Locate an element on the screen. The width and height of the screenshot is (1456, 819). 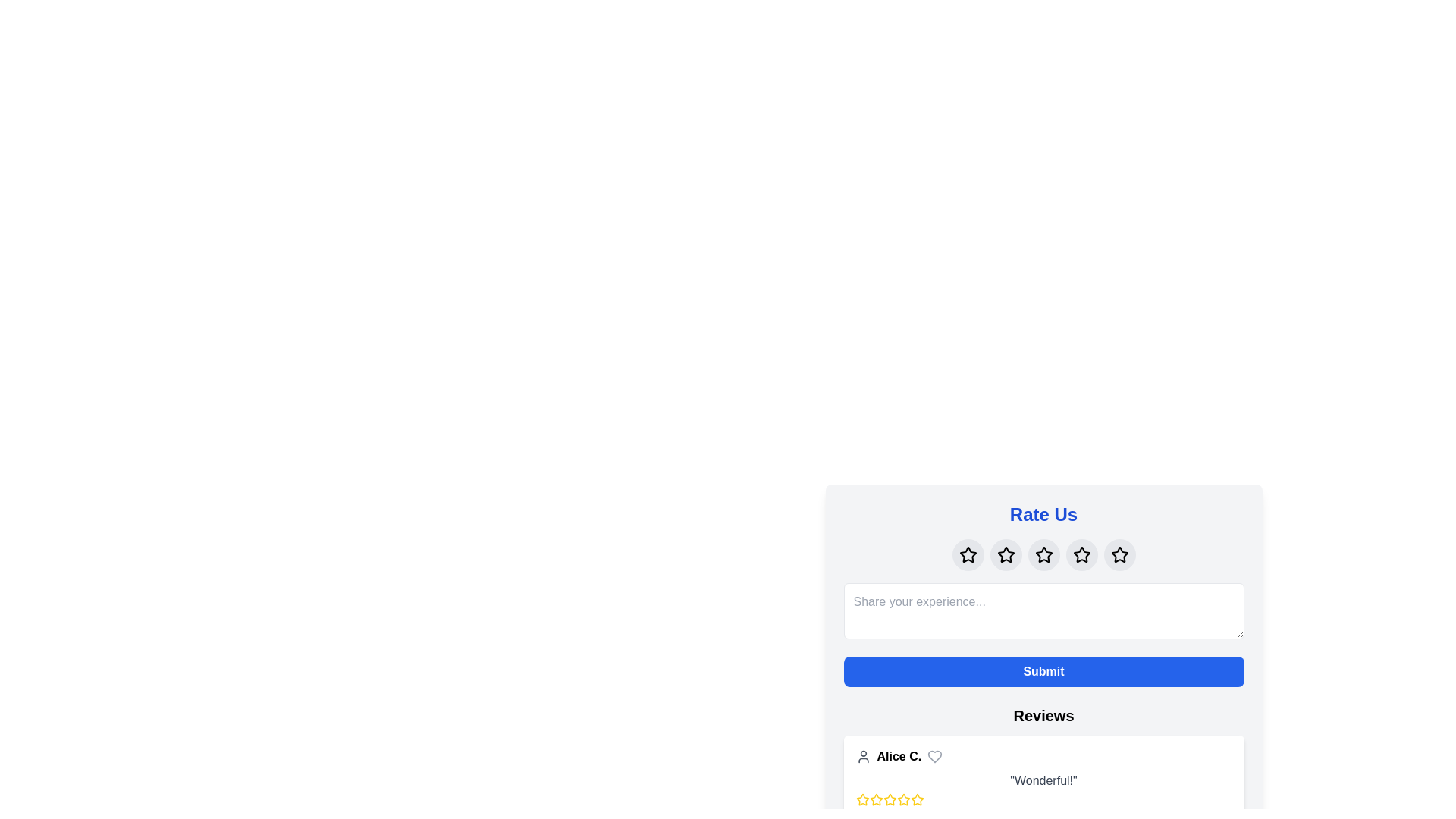
the first star icon is located at coordinates (967, 555).